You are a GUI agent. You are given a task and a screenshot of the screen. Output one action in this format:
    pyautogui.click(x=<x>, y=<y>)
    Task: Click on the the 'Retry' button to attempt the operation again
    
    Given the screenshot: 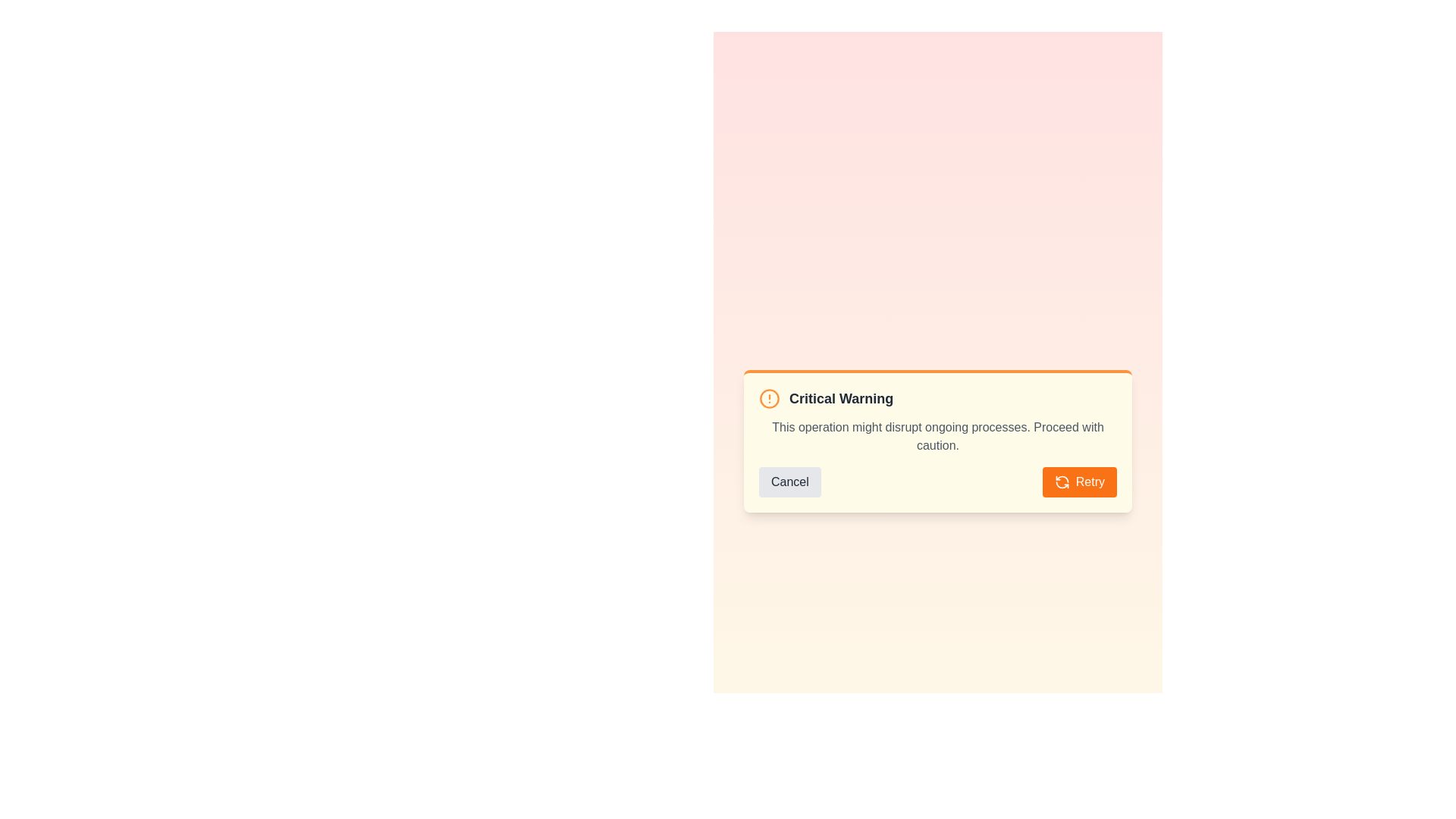 What is the action you would take?
    pyautogui.click(x=1078, y=482)
    